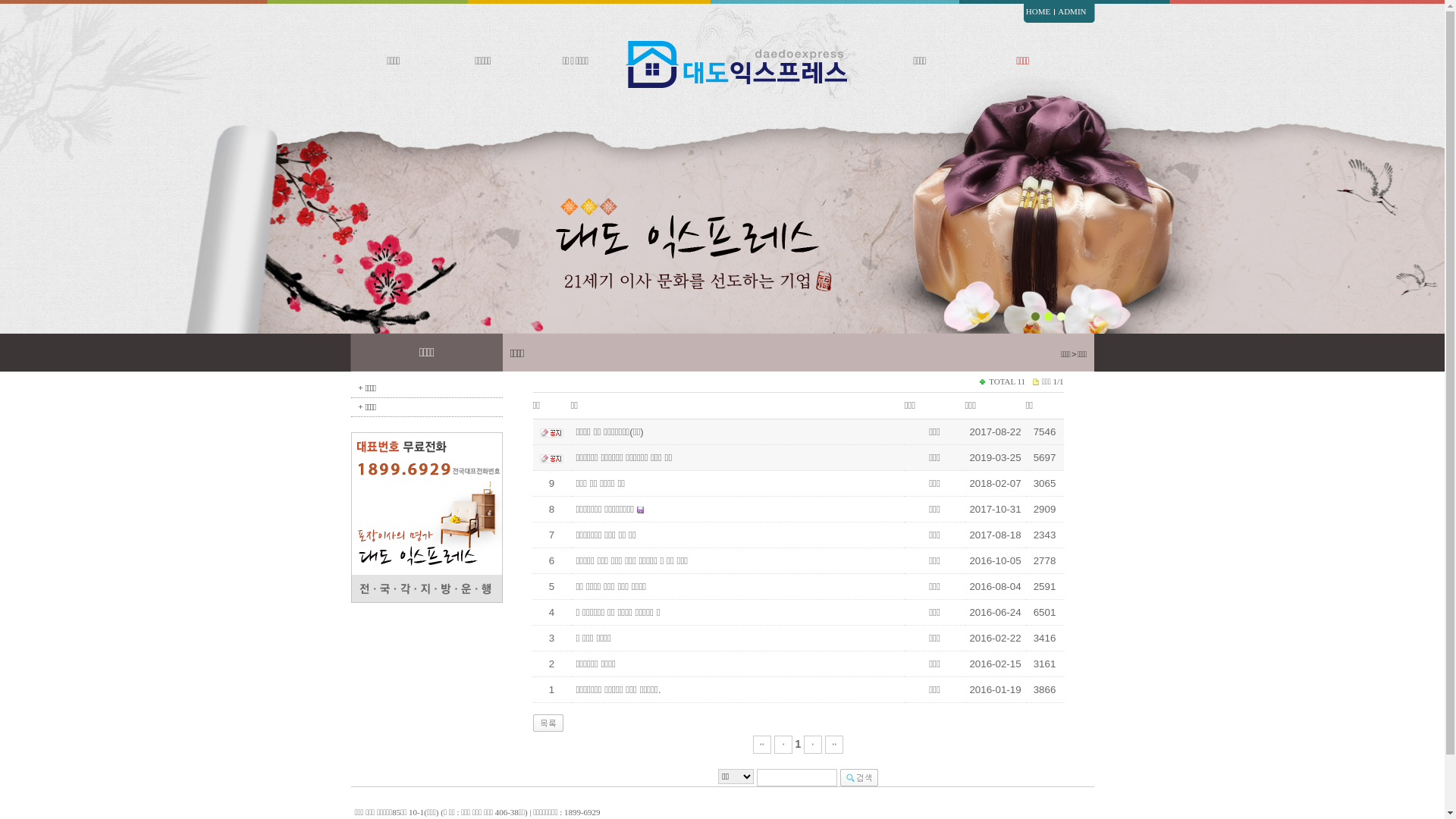  Describe the element at coordinates (1037, 11) in the screenshot. I see `'HOME'` at that location.